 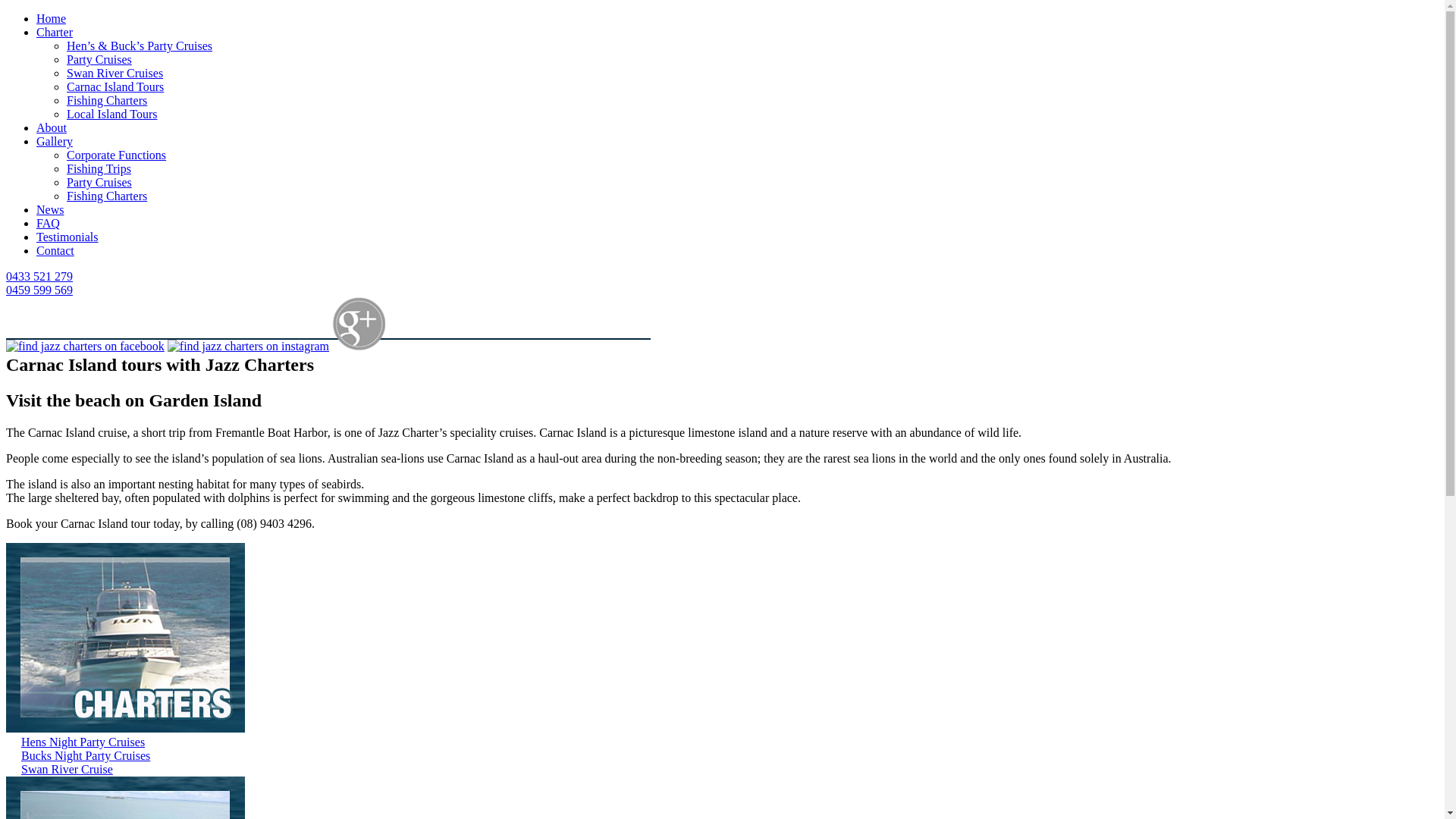 What do you see at coordinates (98, 181) in the screenshot?
I see `'Party Cruises'` at bounding box center [98, 181].